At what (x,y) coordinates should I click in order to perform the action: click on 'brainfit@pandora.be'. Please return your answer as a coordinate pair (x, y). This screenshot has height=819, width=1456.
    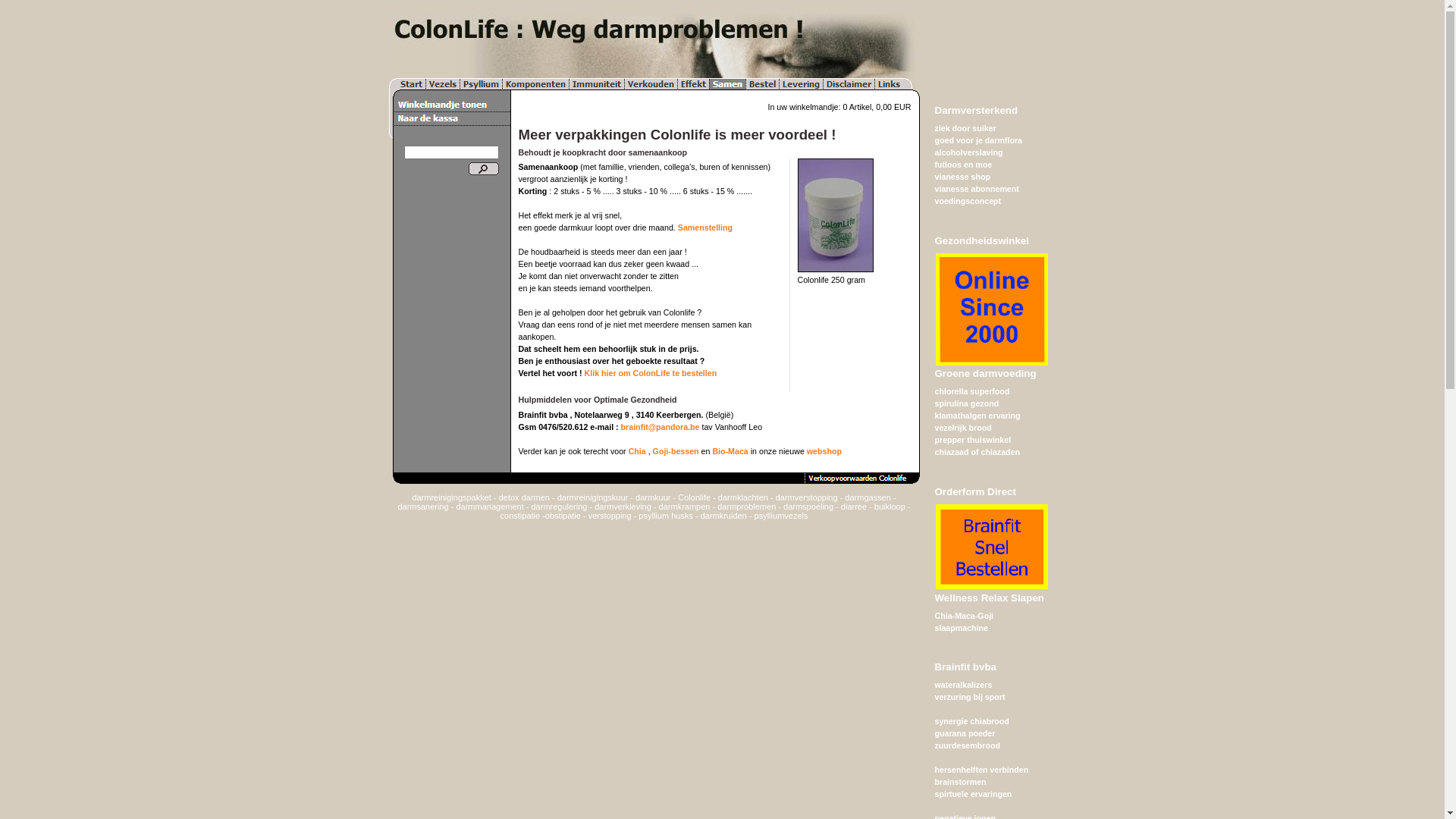
    Looking at the image, I should click on (660, 427).